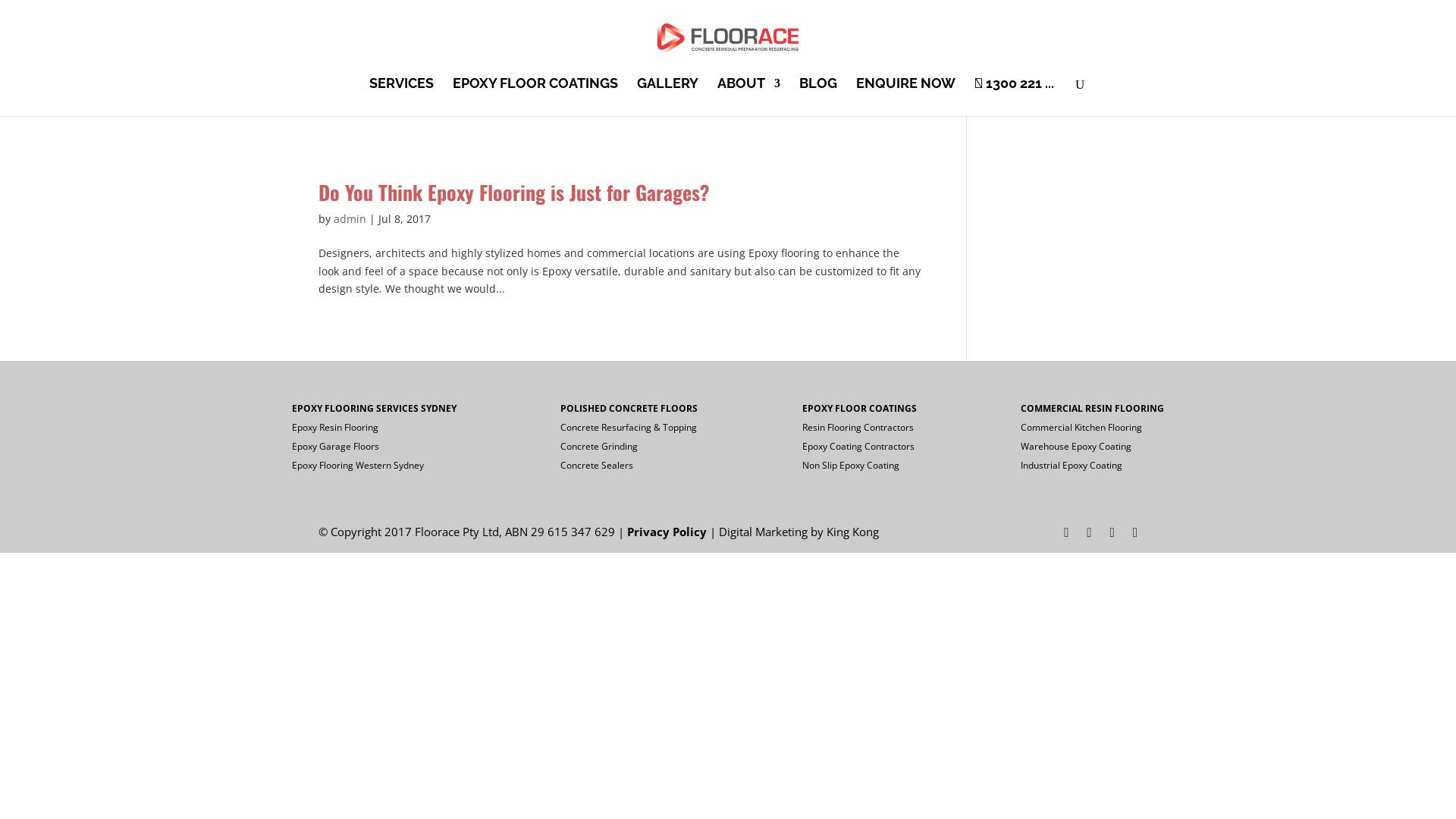 Image resolution: width=1456 pixels, height=819 pixels. Describe the element at coordinates (748, 96) in the screenshot. I see `'ABOUT'` at that location.